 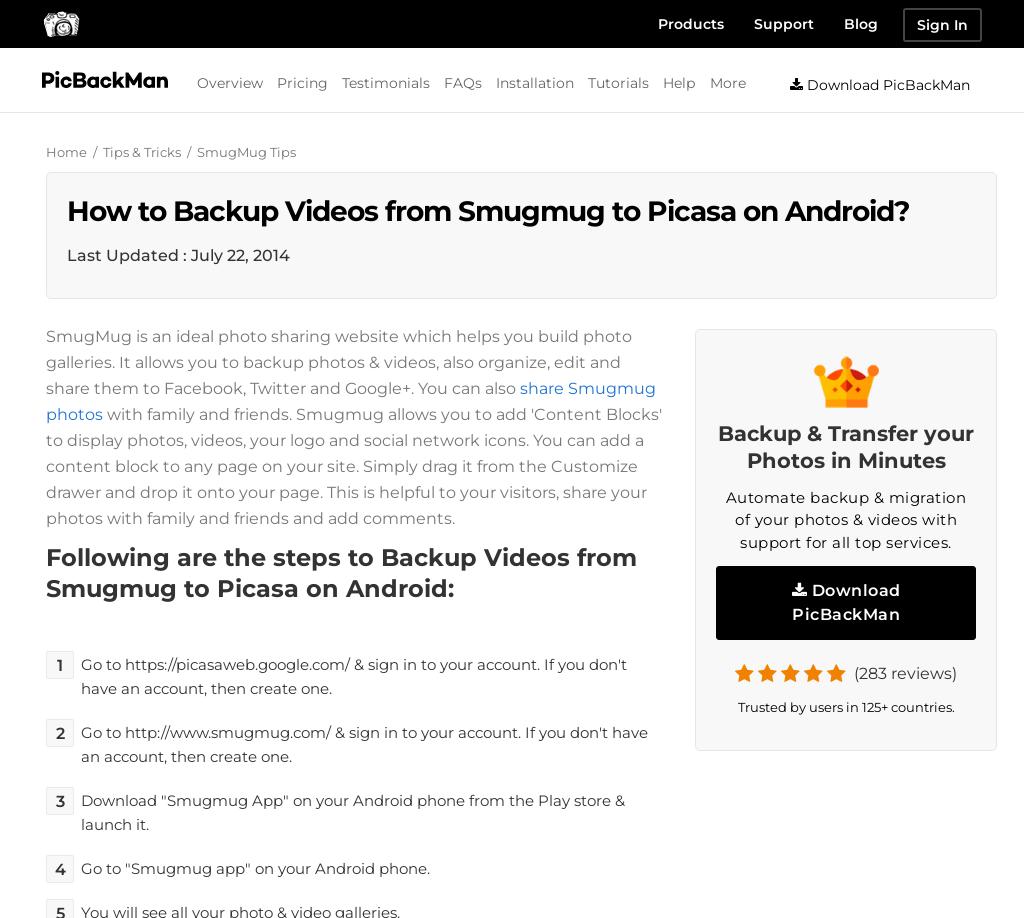 I want to click on 'SmugMug is an ideal photo sharing website which helps you build photo galleries. It allows you to backup photos & videos, also organize, edit and share them to Facebook, Twitter and Google+. You can also', so click(x=338, y=361).